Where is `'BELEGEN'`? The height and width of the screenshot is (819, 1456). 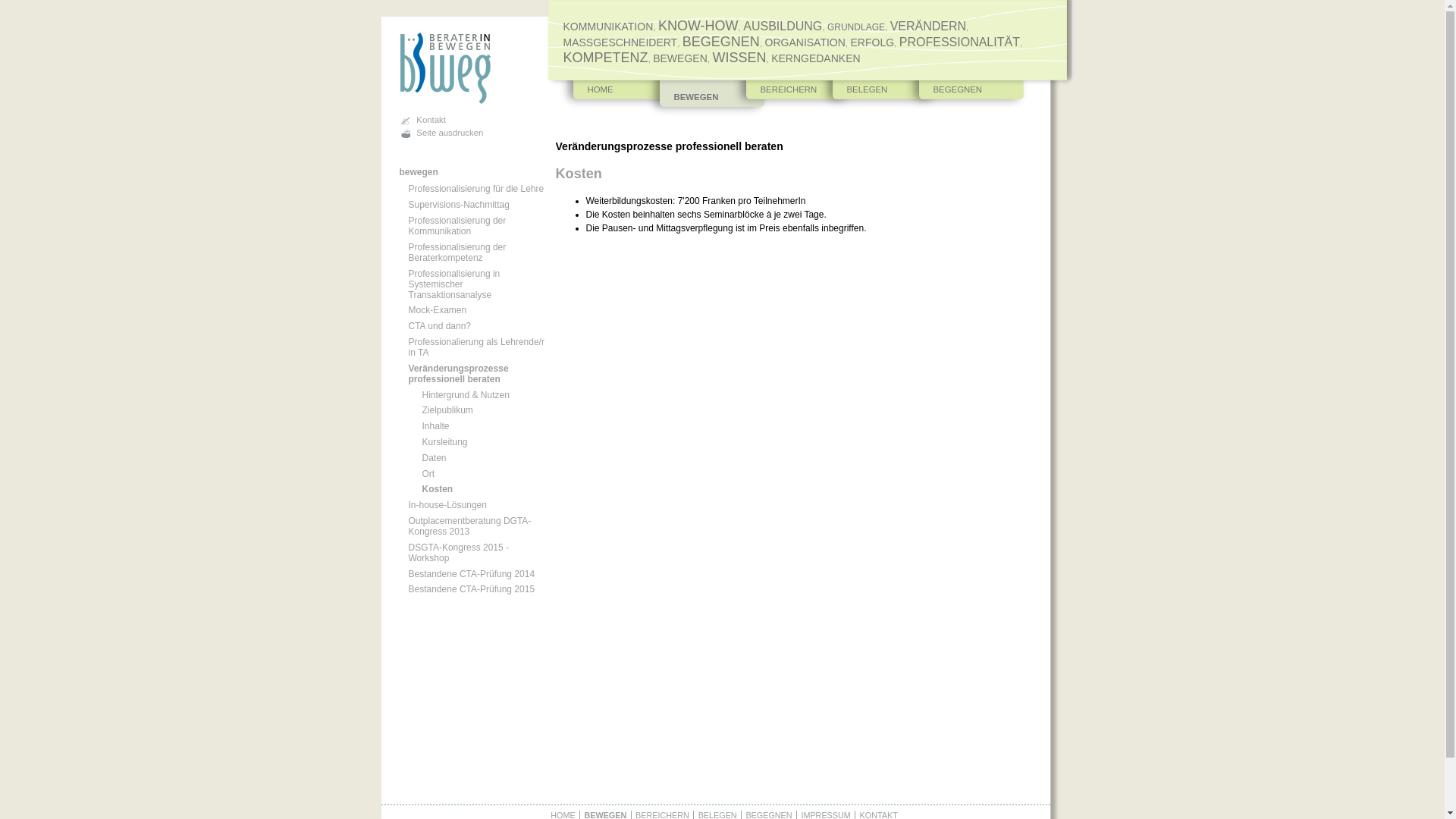 'BELEGEN' is located at coordinates (817, 94).